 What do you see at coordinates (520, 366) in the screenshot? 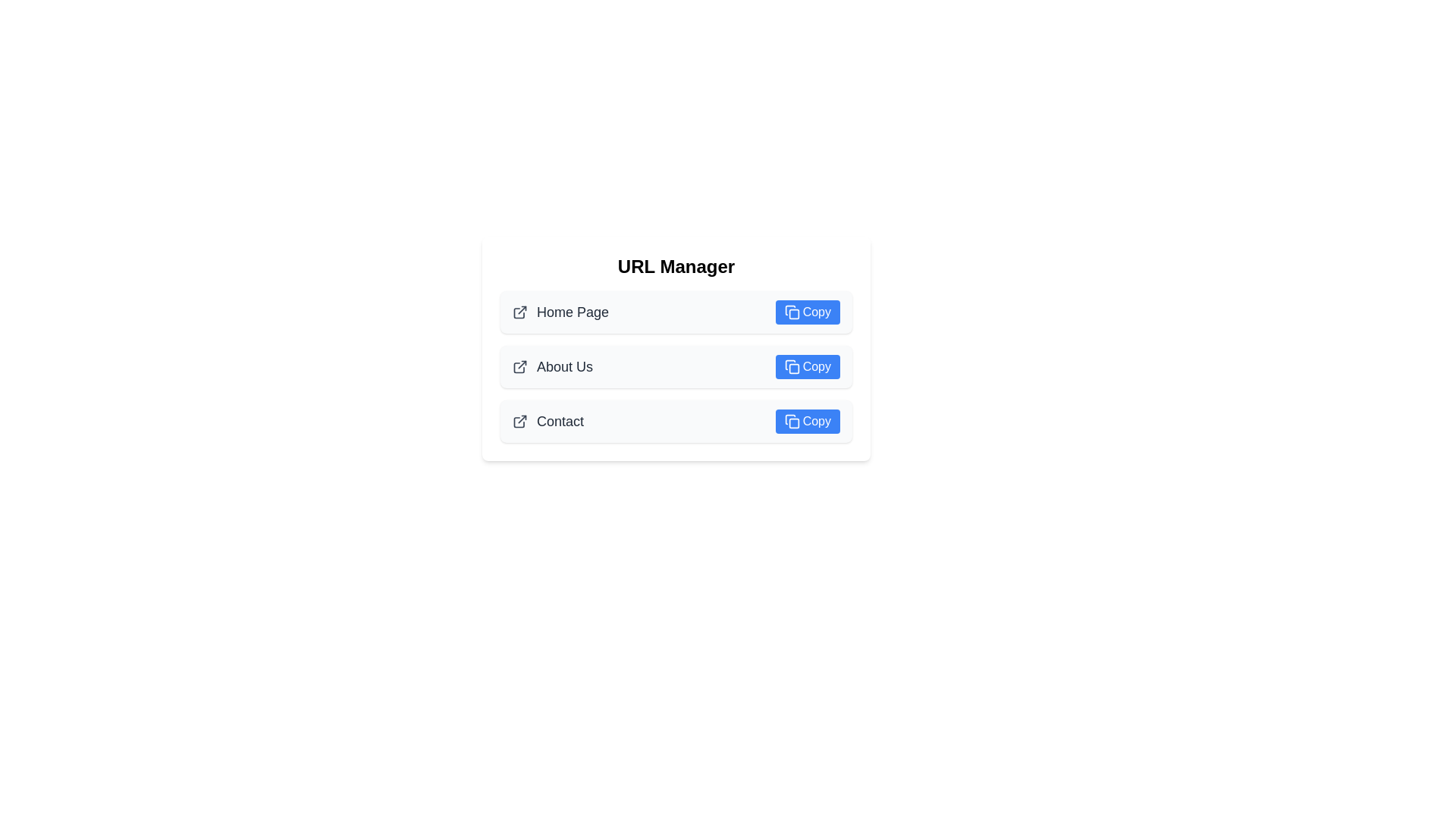
I see `the external link icon located to the left of the 'About Us' text in the second row under 'URL Manager'` at bounding box center [520, 366].